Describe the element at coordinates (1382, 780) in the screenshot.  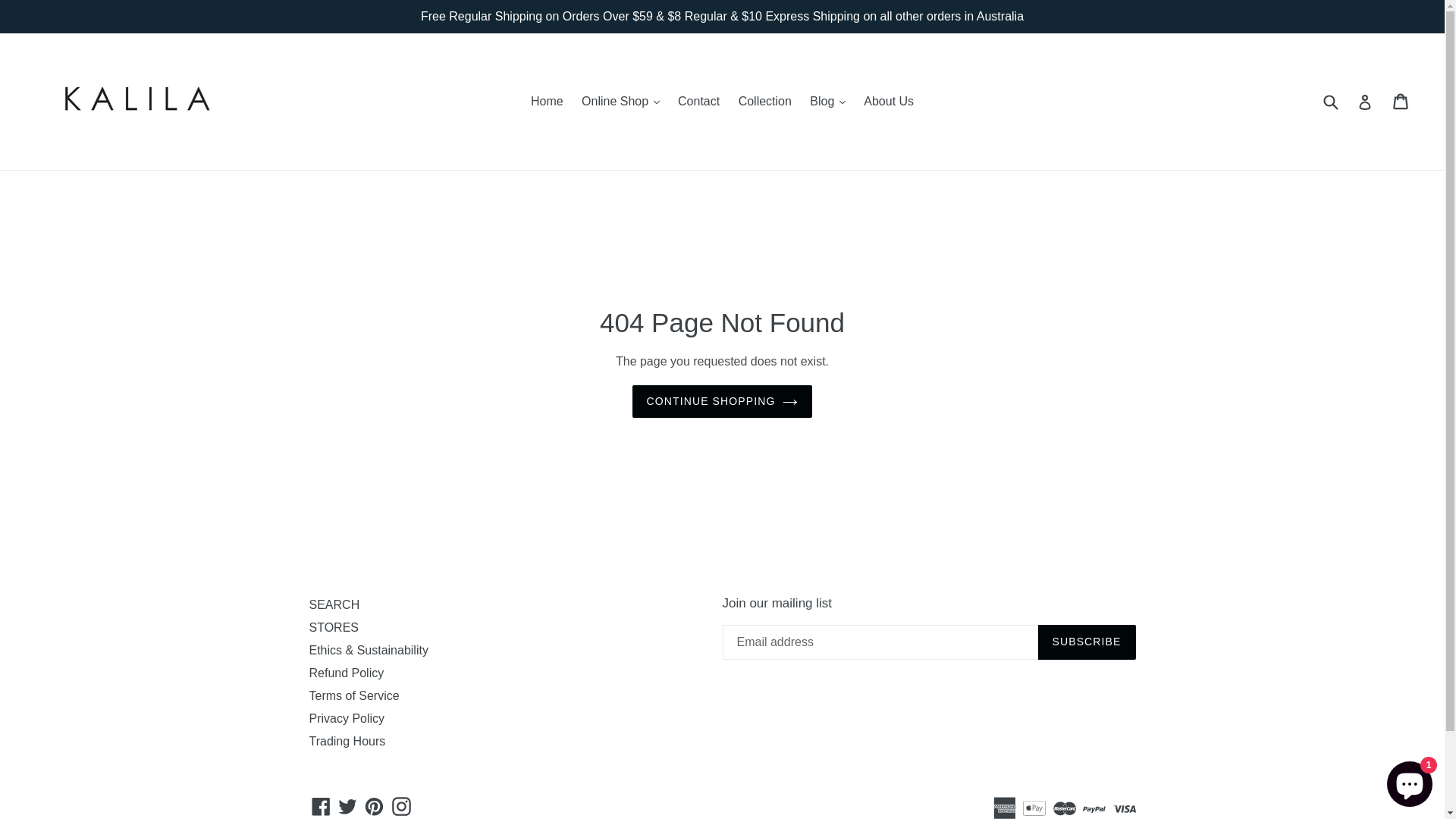
I see `'Shopify online store chat'` at that location.